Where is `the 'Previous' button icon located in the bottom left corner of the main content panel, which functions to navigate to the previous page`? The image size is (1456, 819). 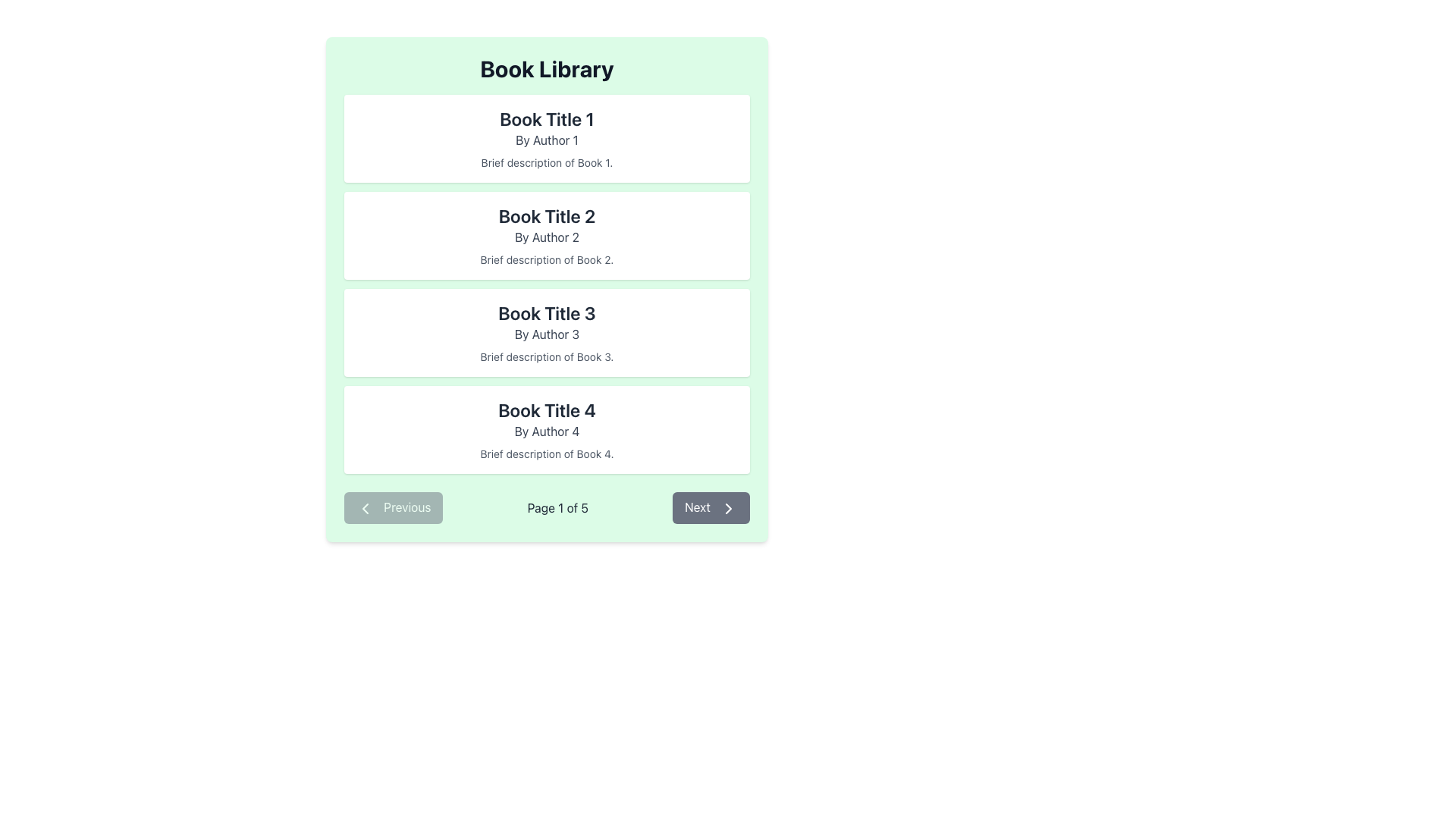
the 'Previous' button icon located in the bottom left corner of the main content panel, which functions to navigate to the previous page is located at coordinates (365, 508).